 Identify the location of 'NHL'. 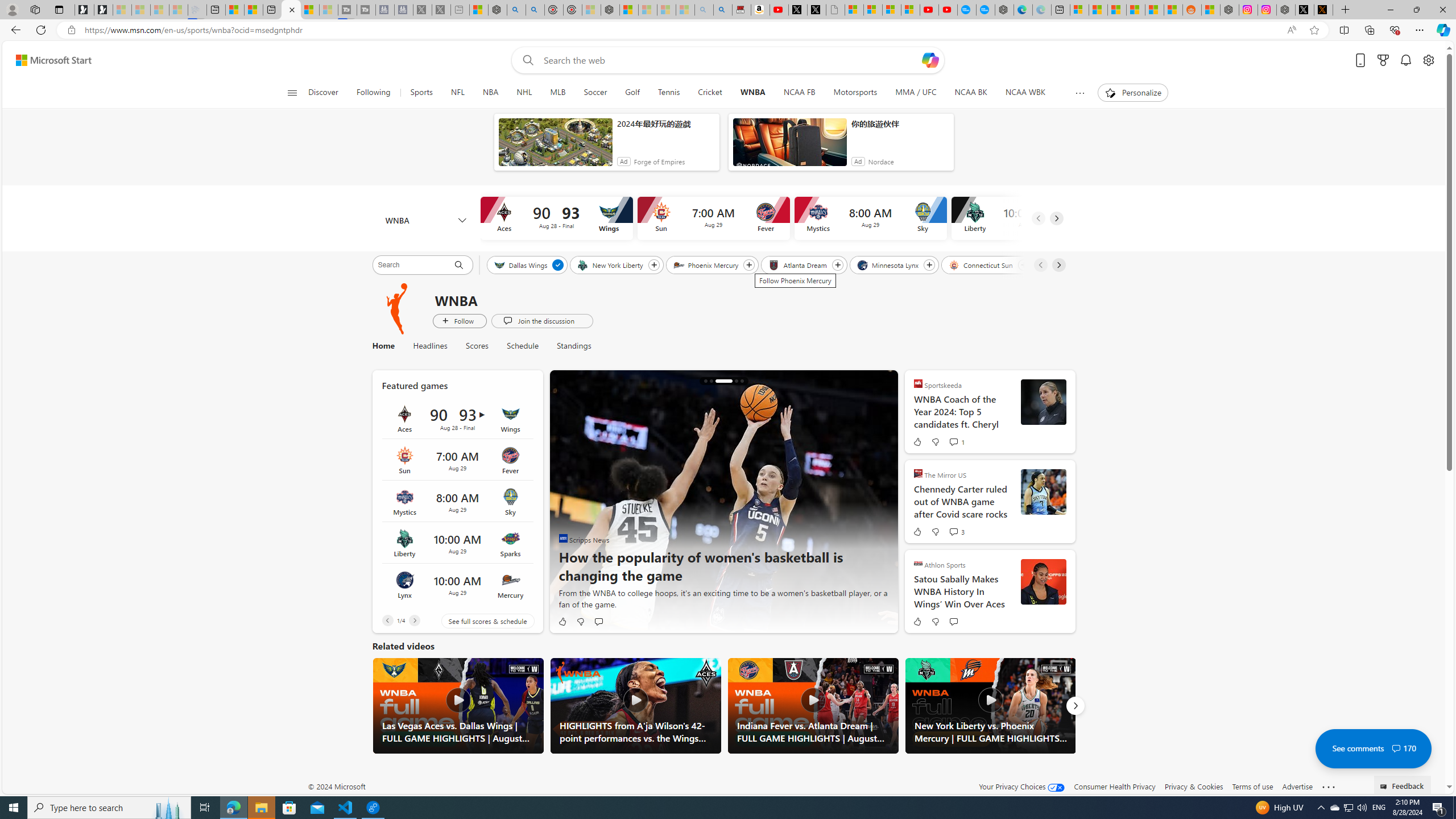
(524, 92).